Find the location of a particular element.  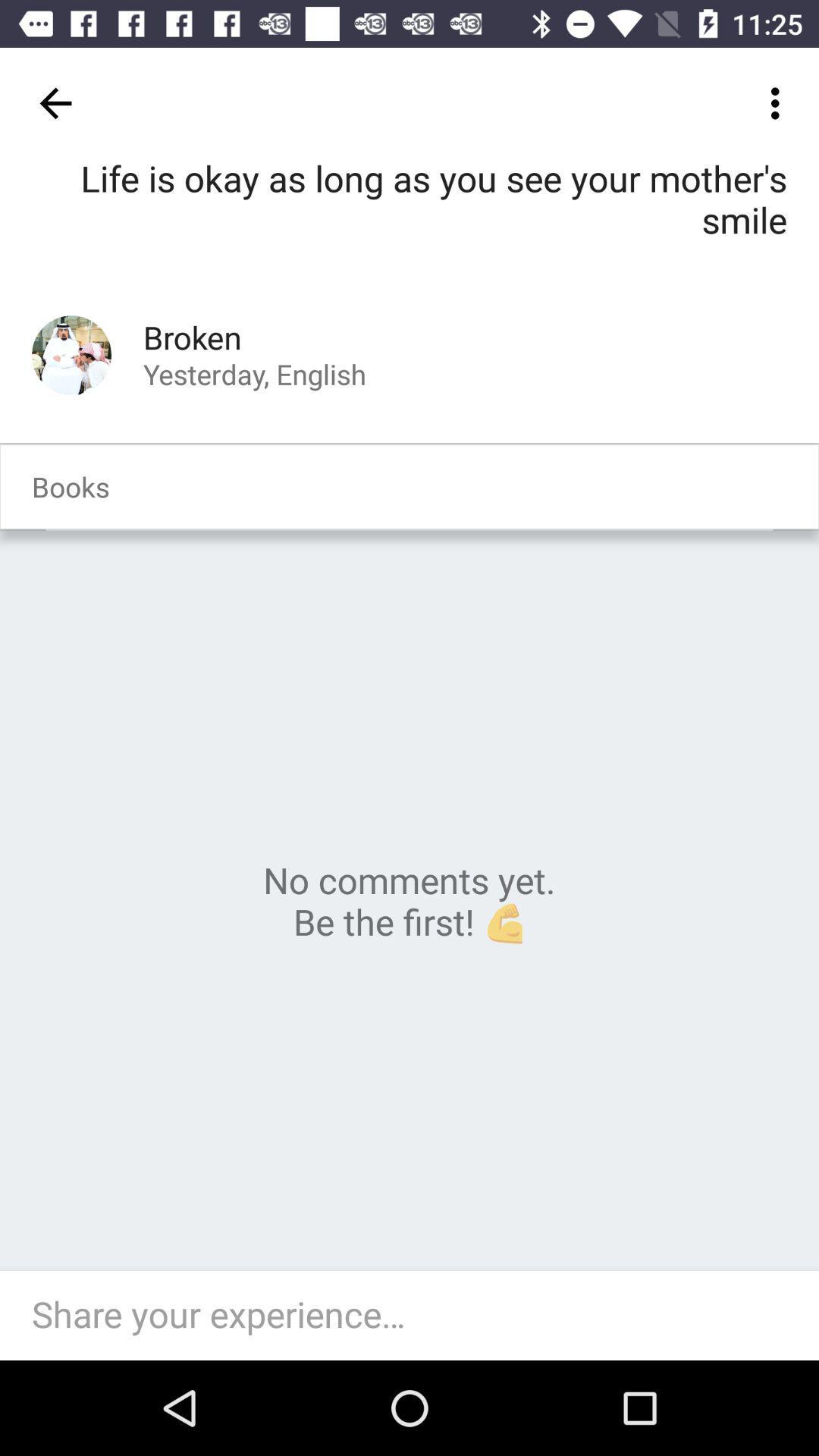

author is located at coordinates (71, 354).